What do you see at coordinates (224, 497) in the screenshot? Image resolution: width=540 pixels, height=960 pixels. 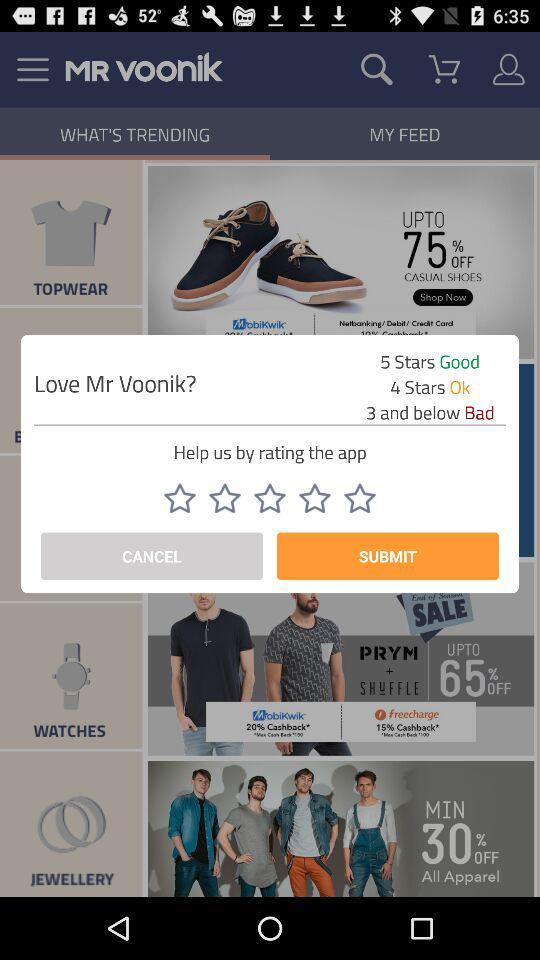 I see `two star rating` at bounding box center [224, 497].